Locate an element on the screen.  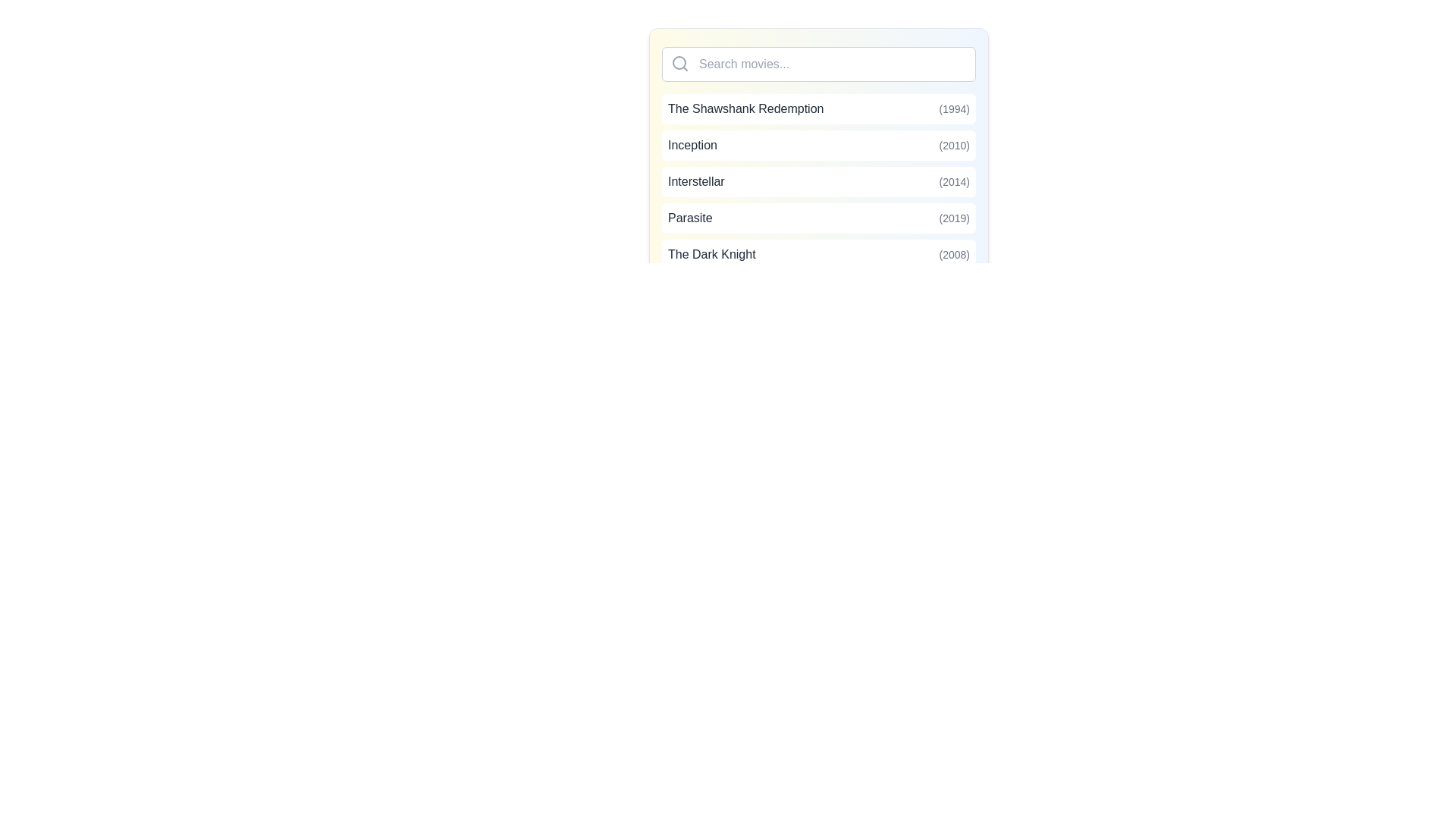
the first item in the vertical list of movie titles located at the top of the list is located at coordinates (818, 108).